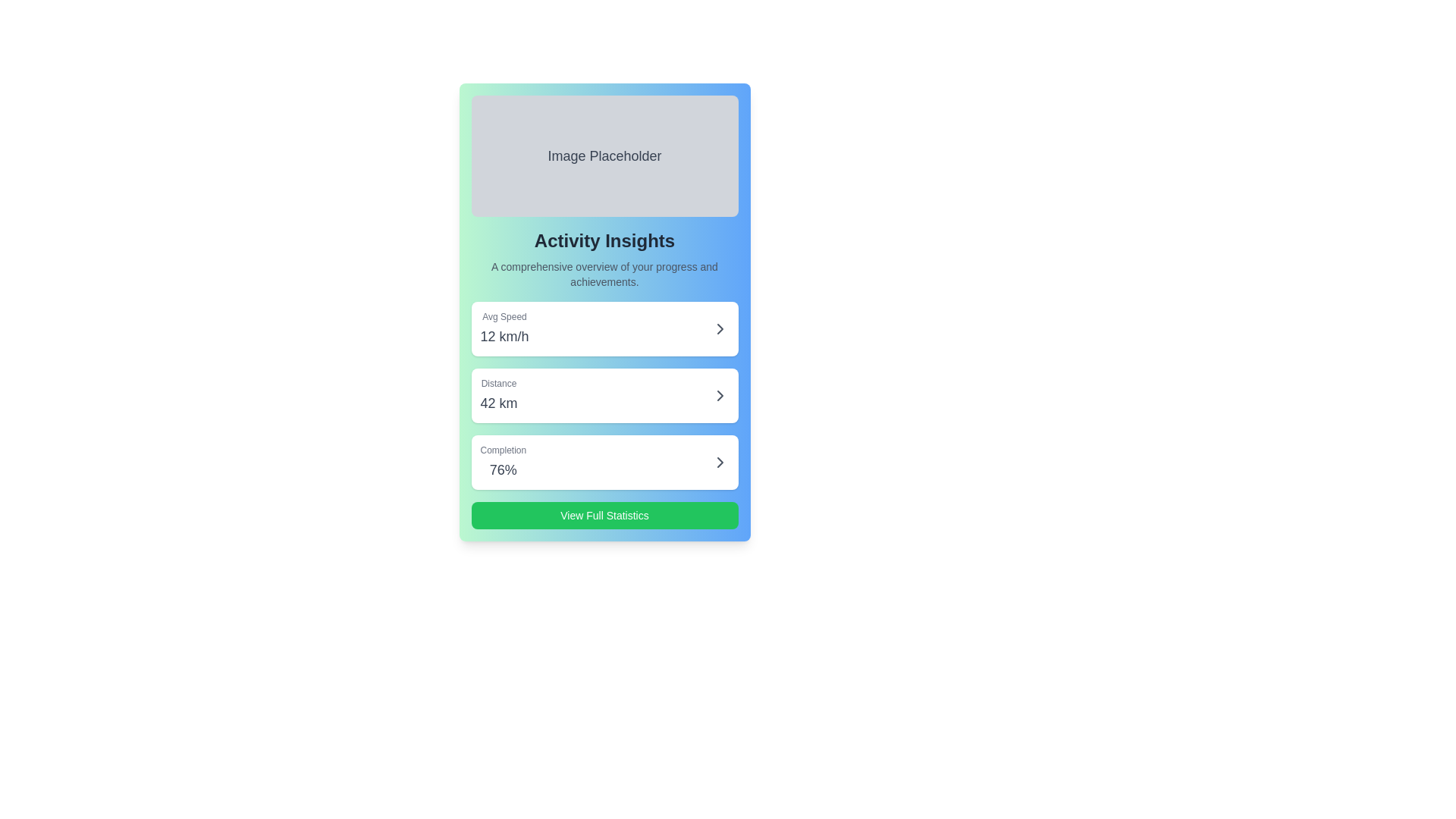 This screenshot has width=1456, height=819. What do you see at coordinates (504, 315) in the screenshot?
I see `the label indicating average speed, positioned above the numeric data and unit label '12 km/h'` at bounding box center [504, 315].